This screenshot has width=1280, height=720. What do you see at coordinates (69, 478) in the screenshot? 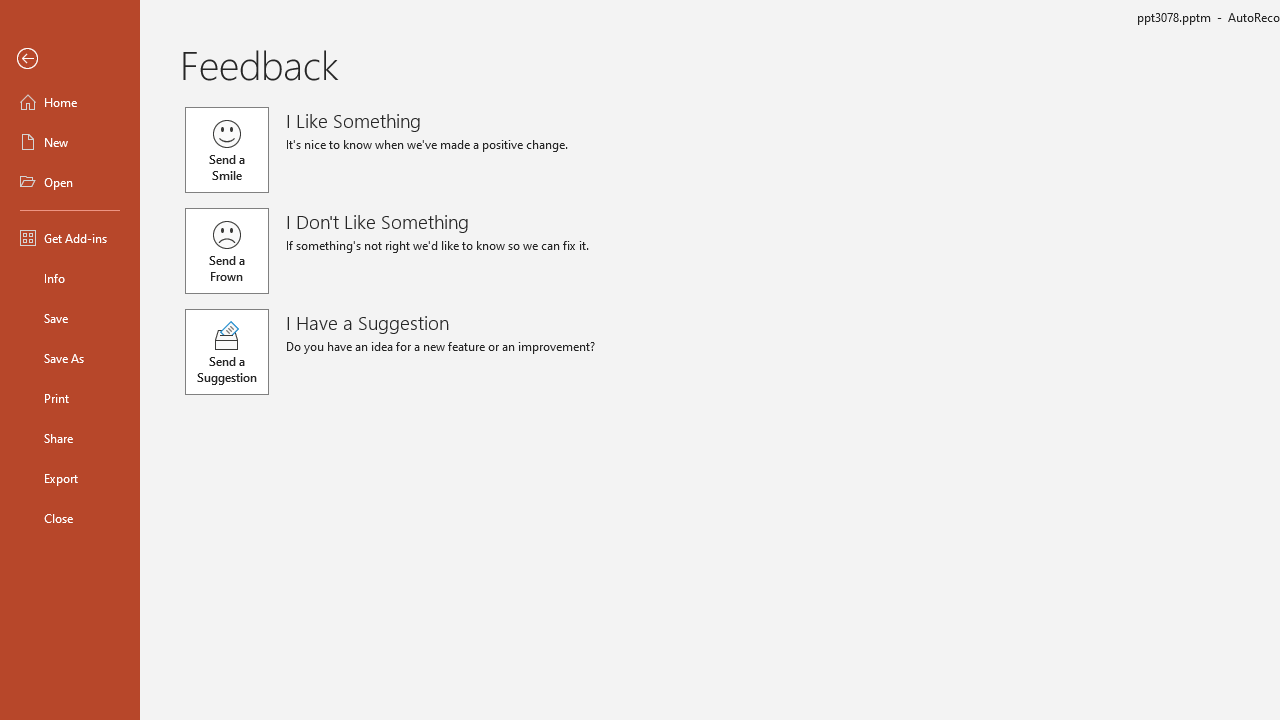
I see `'Export'` at bounding box center [69, 478].